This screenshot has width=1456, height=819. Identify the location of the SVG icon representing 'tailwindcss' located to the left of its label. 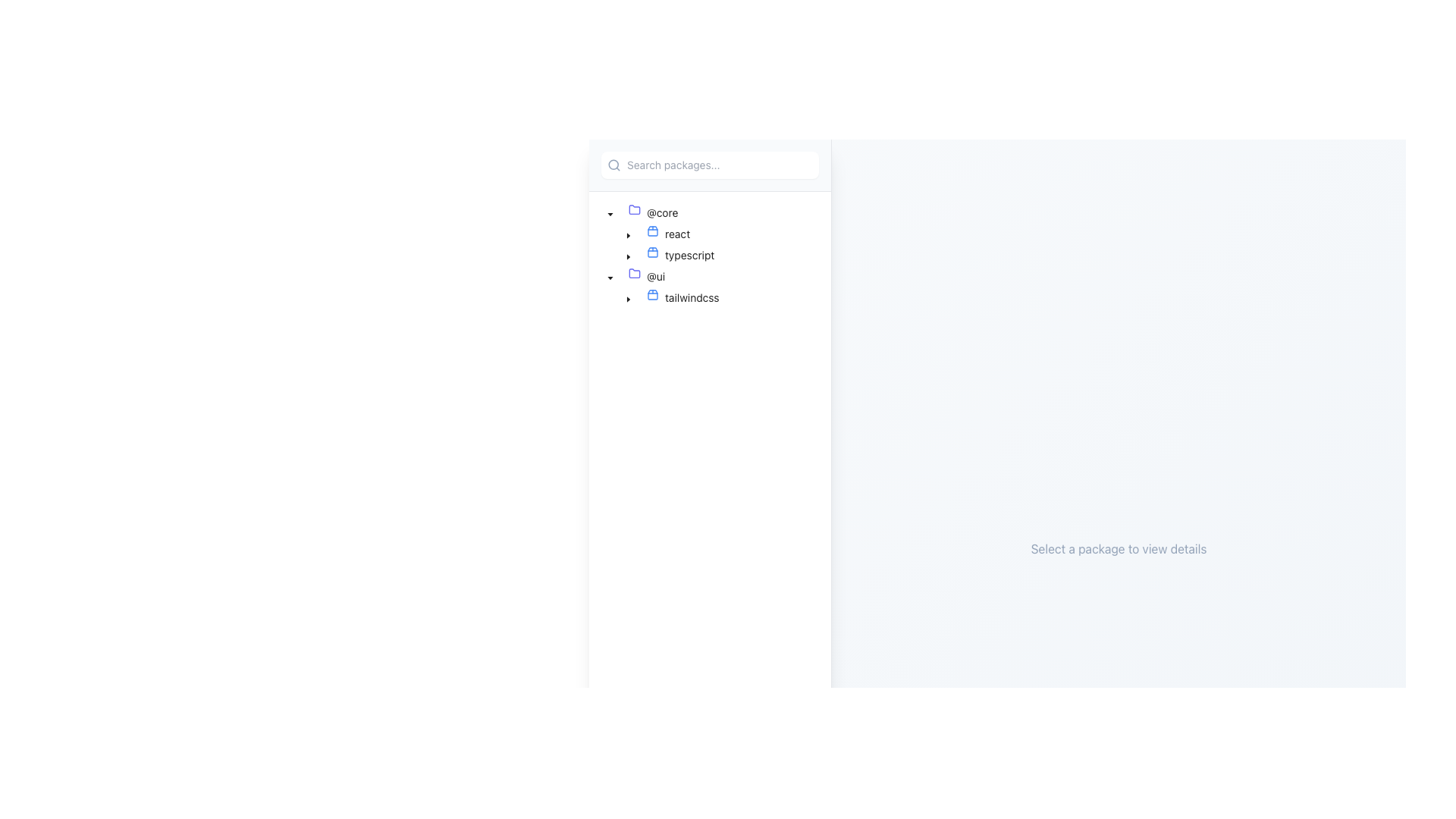
(652, 295).